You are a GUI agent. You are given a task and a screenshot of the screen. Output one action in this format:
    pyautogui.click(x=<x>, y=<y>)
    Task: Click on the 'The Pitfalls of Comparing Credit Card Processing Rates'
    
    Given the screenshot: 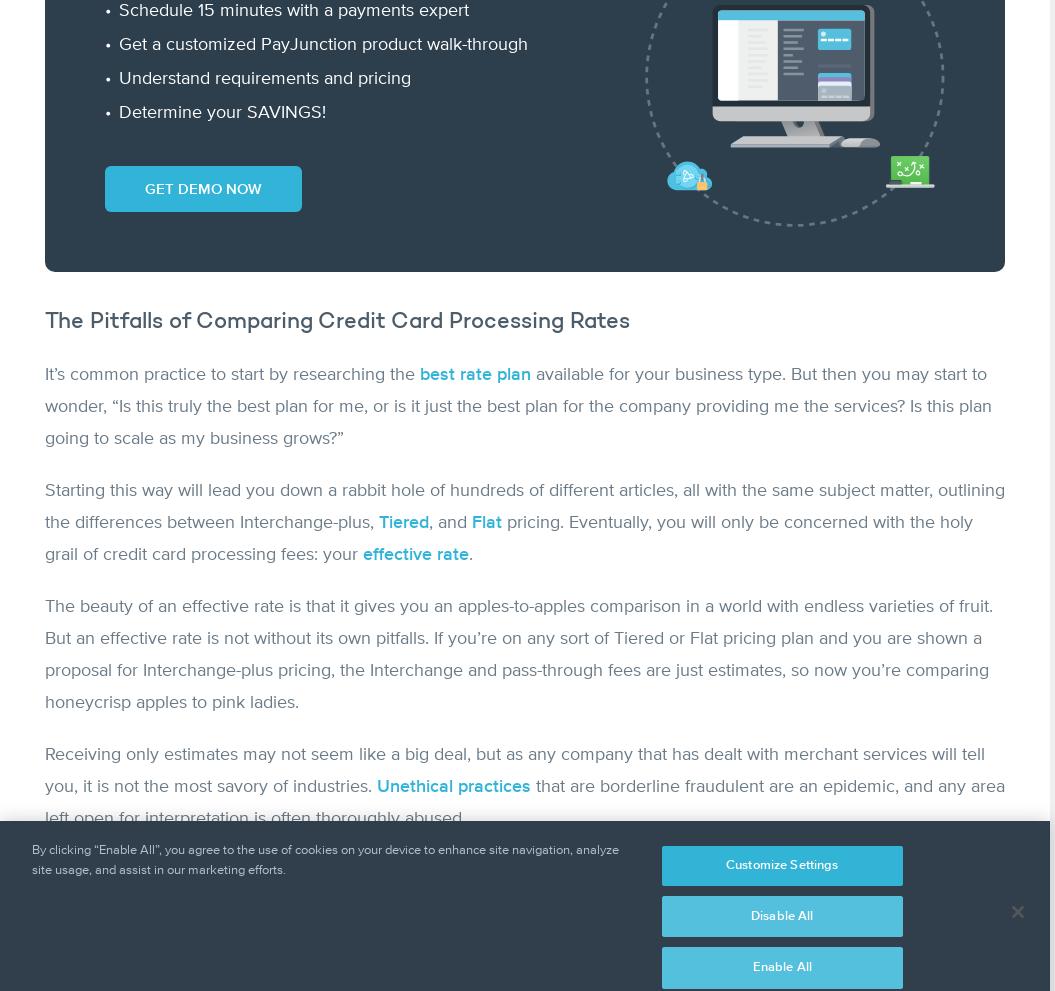 What is the action you would take?
    pyautogui.click(x=336, y=321)
    